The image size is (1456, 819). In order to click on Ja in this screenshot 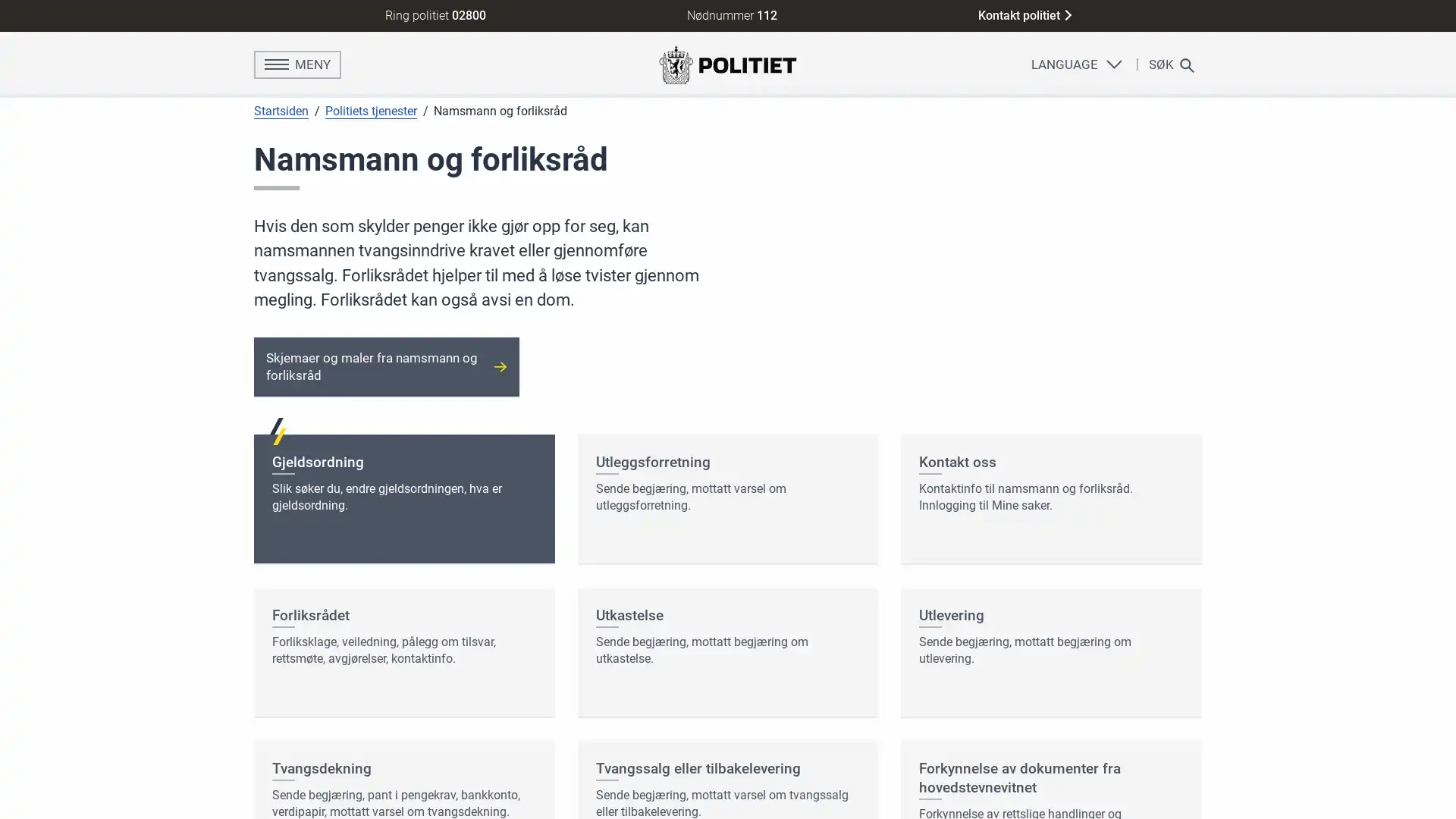, I will do `click(59, 763)`.